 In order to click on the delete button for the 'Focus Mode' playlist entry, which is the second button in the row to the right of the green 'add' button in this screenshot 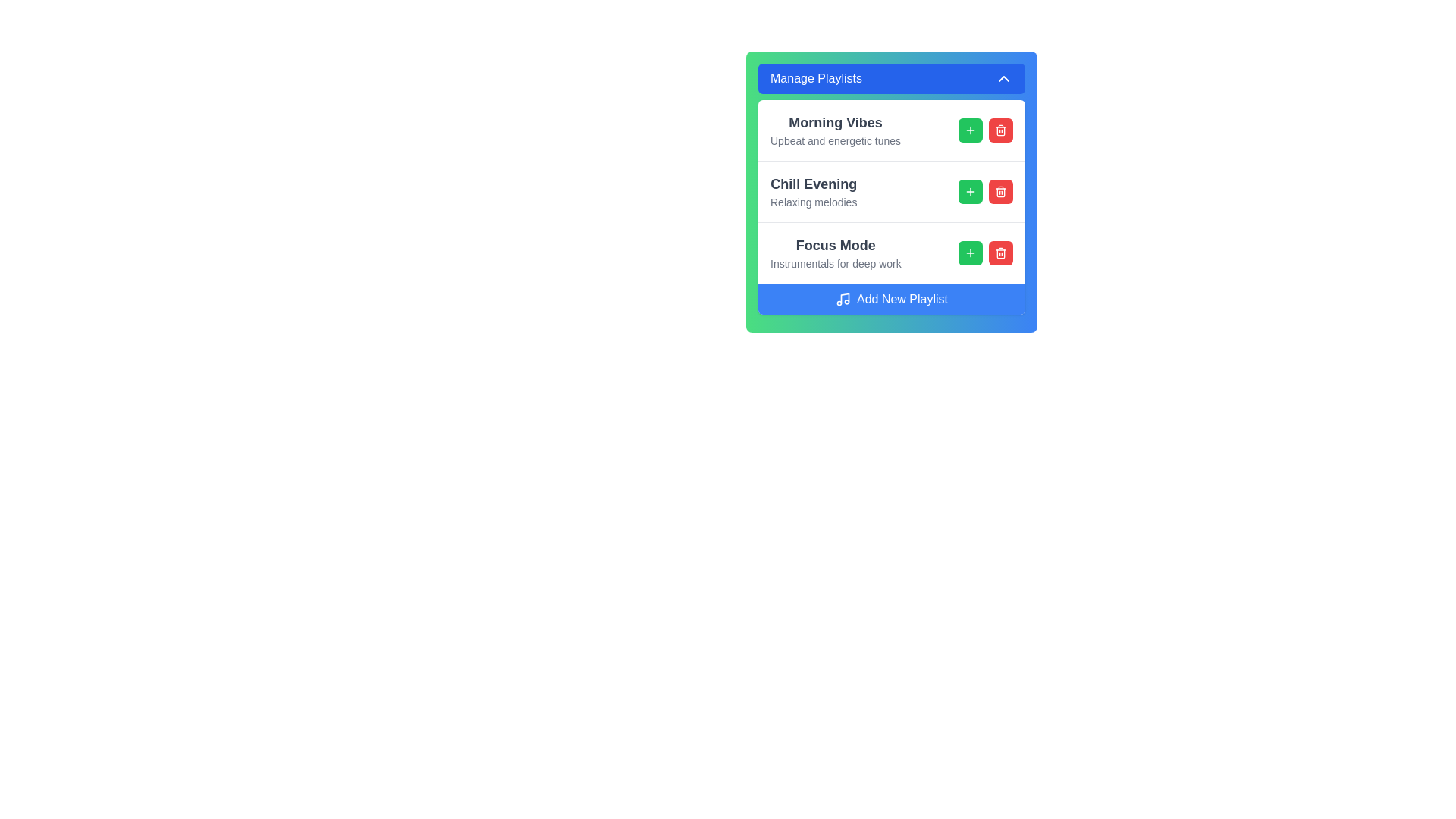, I will do `click(1001, 253)`.